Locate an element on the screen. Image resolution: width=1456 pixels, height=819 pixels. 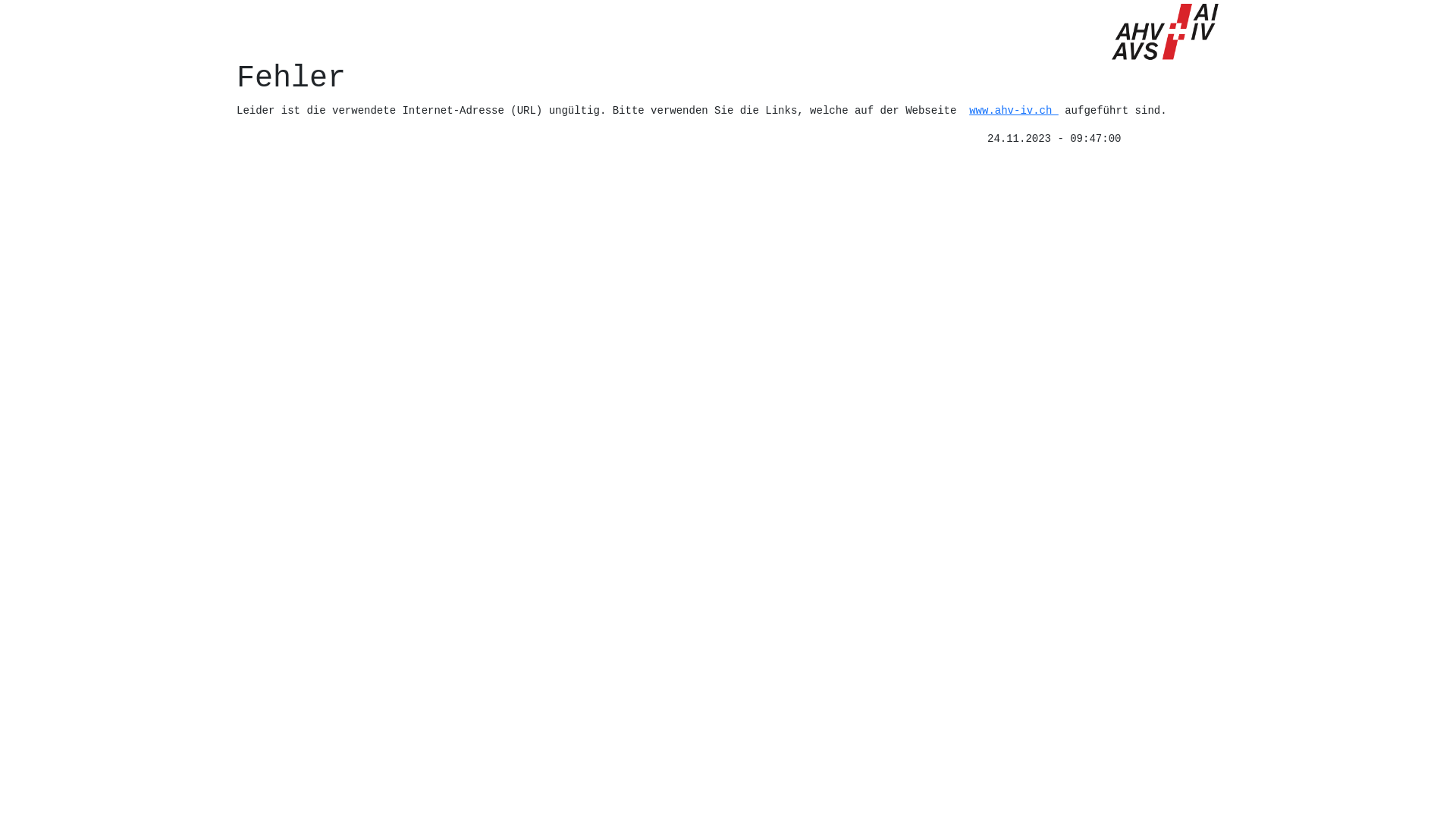
'www.ahv-iv.ch' is located at coordinates (1014, 110).